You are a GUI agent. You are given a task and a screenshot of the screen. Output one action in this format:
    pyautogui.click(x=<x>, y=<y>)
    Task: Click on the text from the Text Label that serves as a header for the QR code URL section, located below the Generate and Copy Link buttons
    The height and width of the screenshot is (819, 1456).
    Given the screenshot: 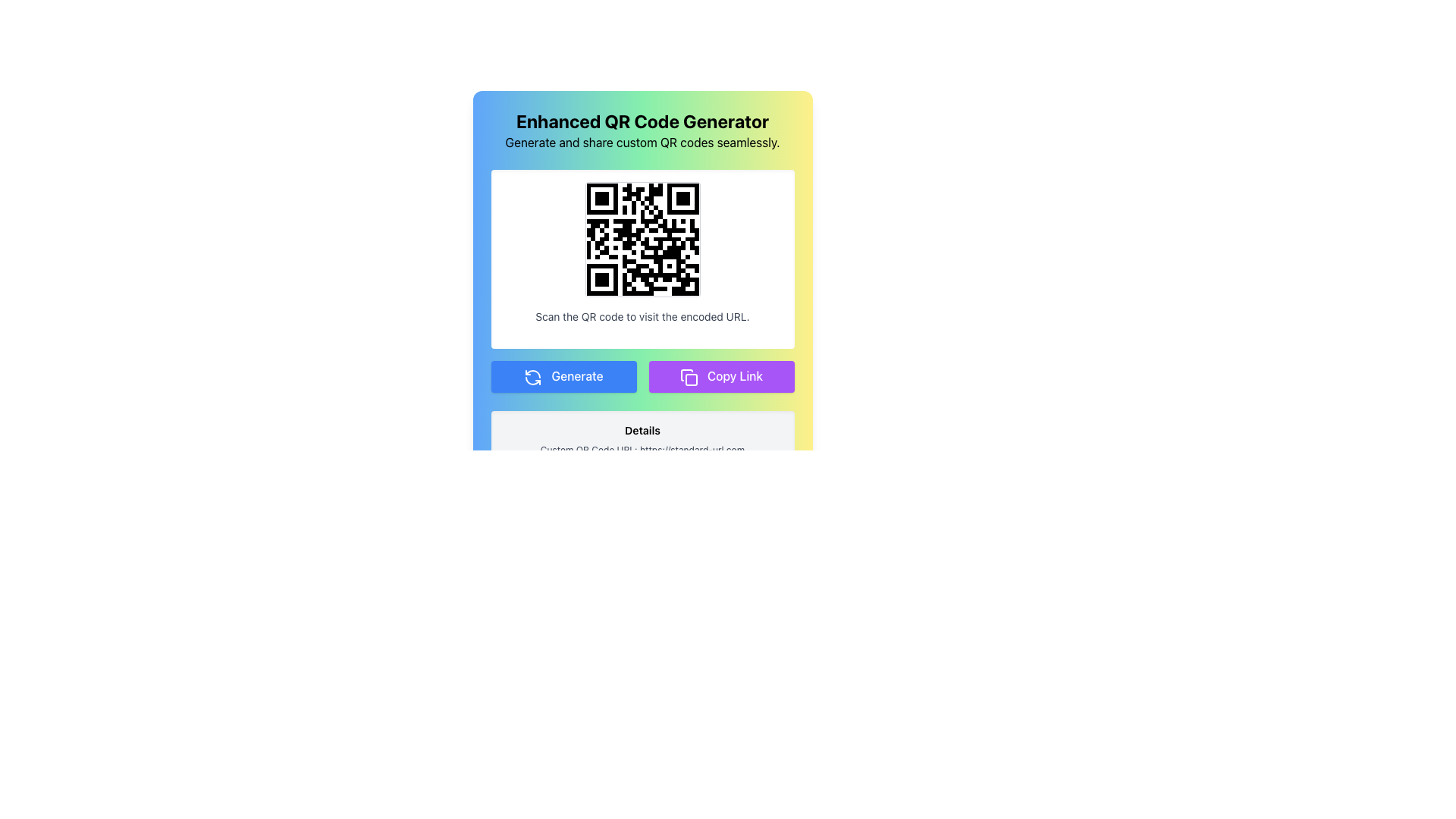 What is the action you would take?
    pyautogui.click(x=642, y=430)
    